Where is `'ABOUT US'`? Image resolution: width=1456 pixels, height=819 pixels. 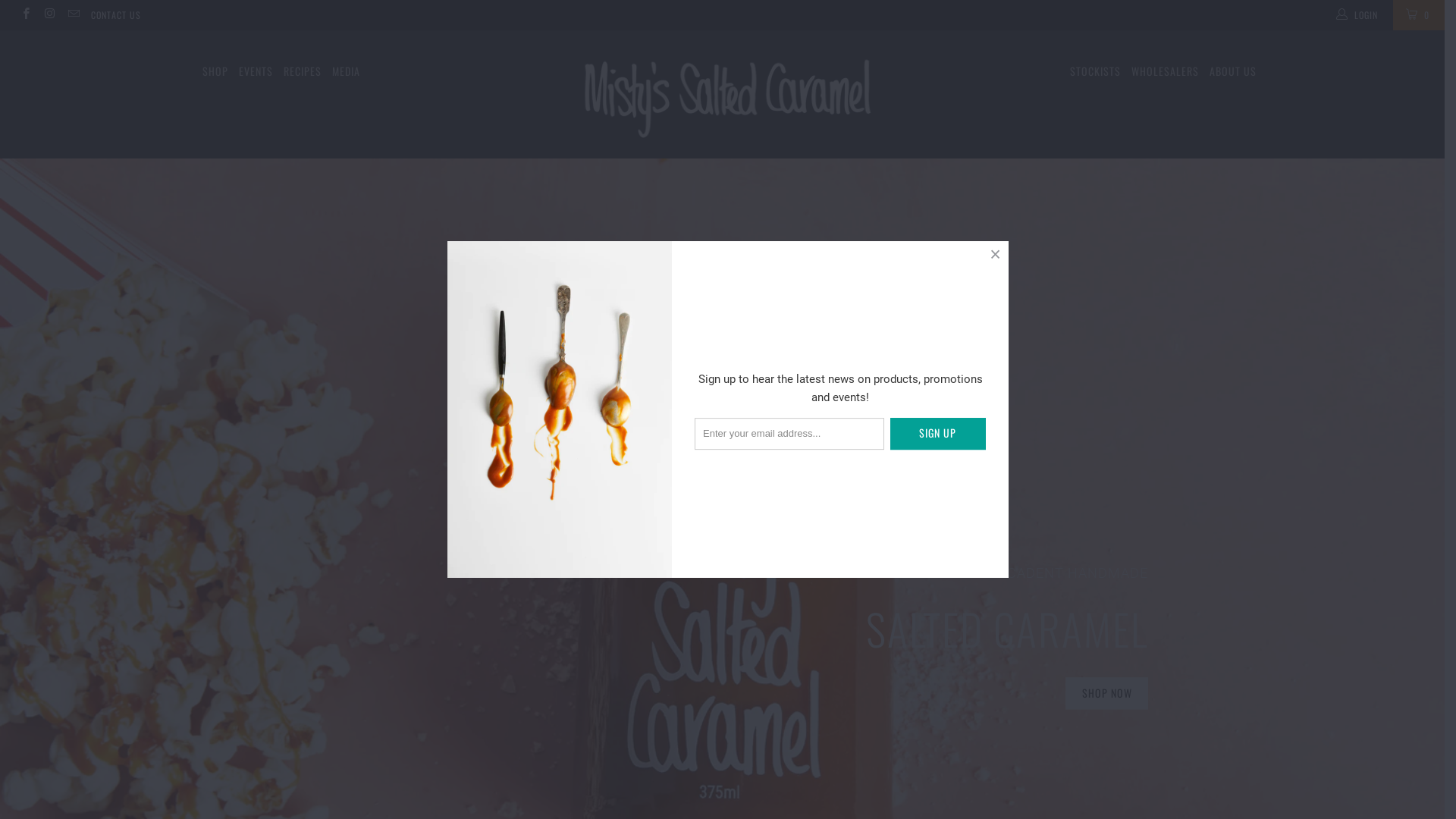
'ABOUT US' is located at coordinates (1232, 71).